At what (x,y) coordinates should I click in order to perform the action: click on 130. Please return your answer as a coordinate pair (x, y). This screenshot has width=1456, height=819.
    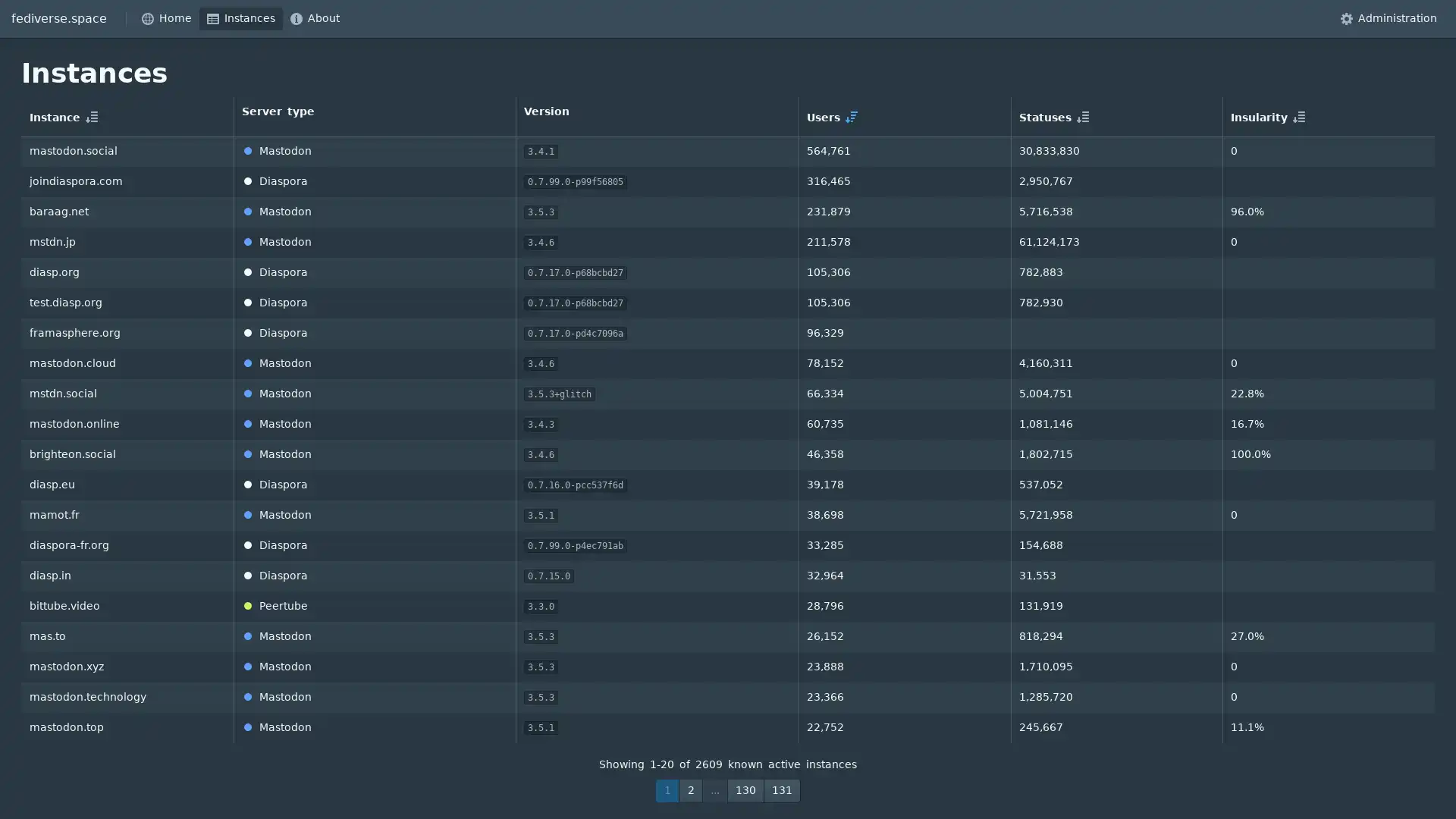
    Looking at the image, I should click on (745, 789).